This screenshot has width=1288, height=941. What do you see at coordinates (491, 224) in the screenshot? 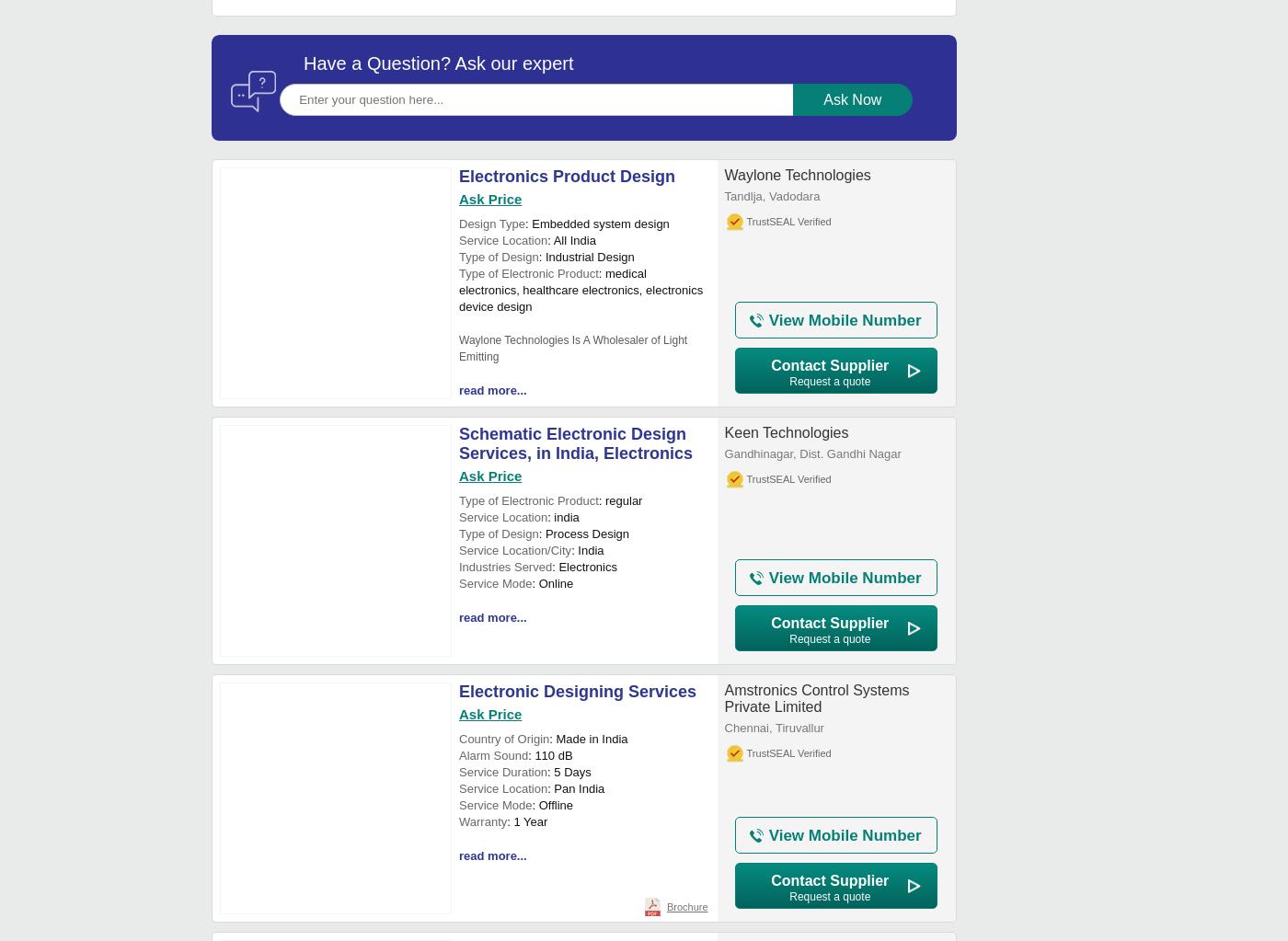
I see `'Design Type'` at bounding box center [491, 224].